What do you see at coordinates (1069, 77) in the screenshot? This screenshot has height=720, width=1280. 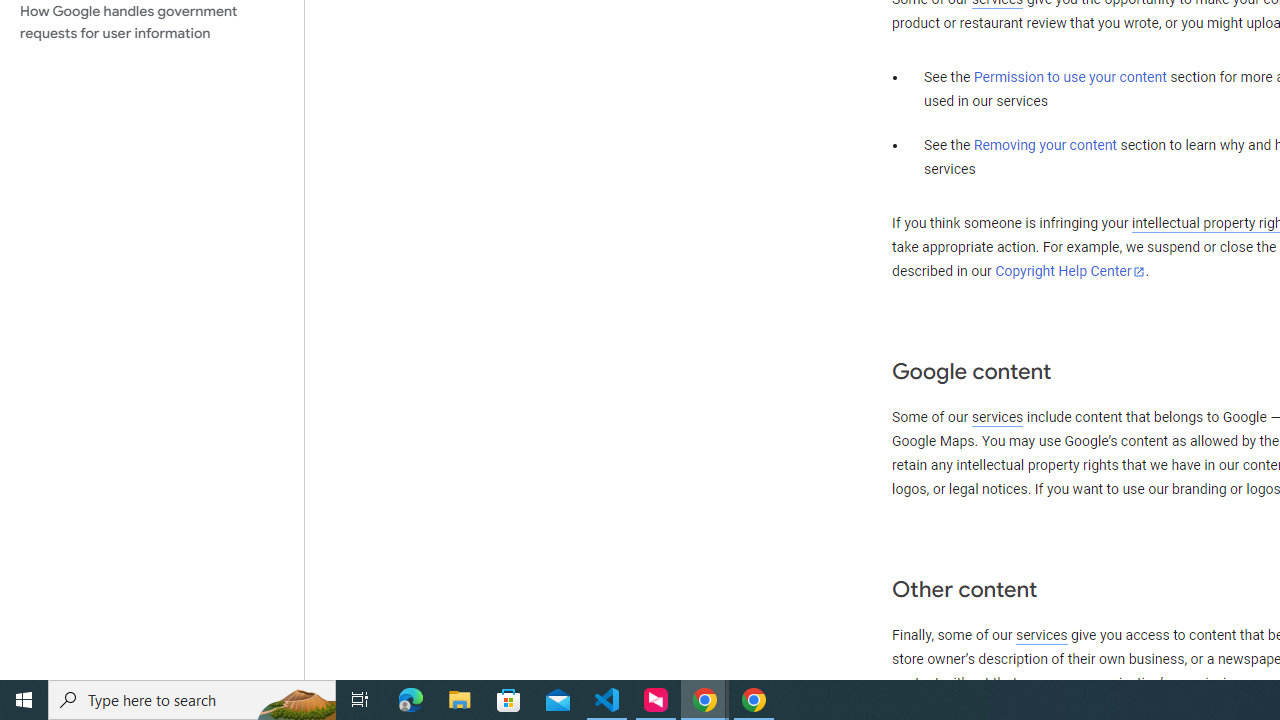 I see `'Permission to use your content'` at bounding box center [1069, 77].